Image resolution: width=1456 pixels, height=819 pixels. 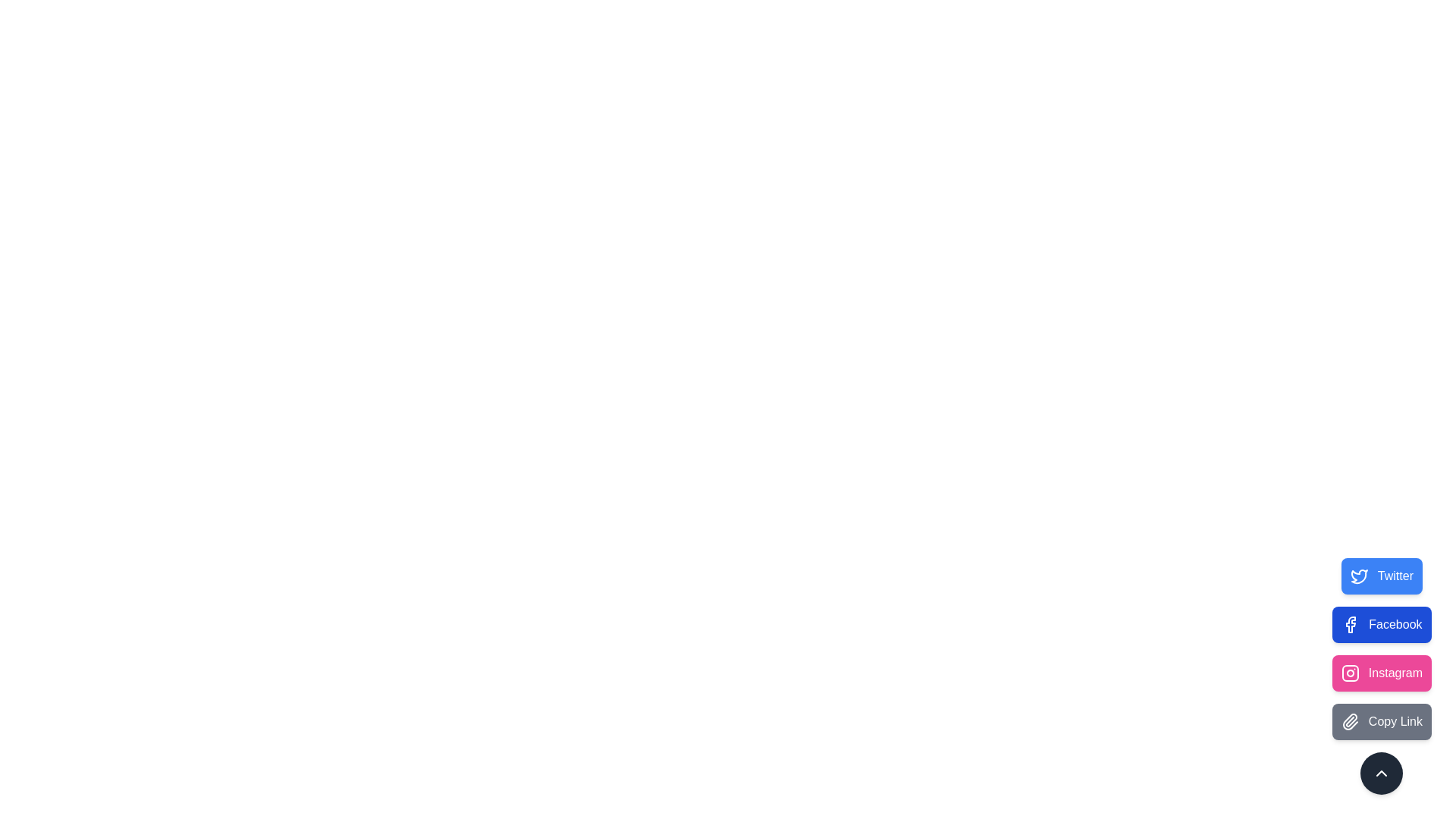 I want to click on the Facebook button to perform the corresponding action, so click(x=1382, y=625).